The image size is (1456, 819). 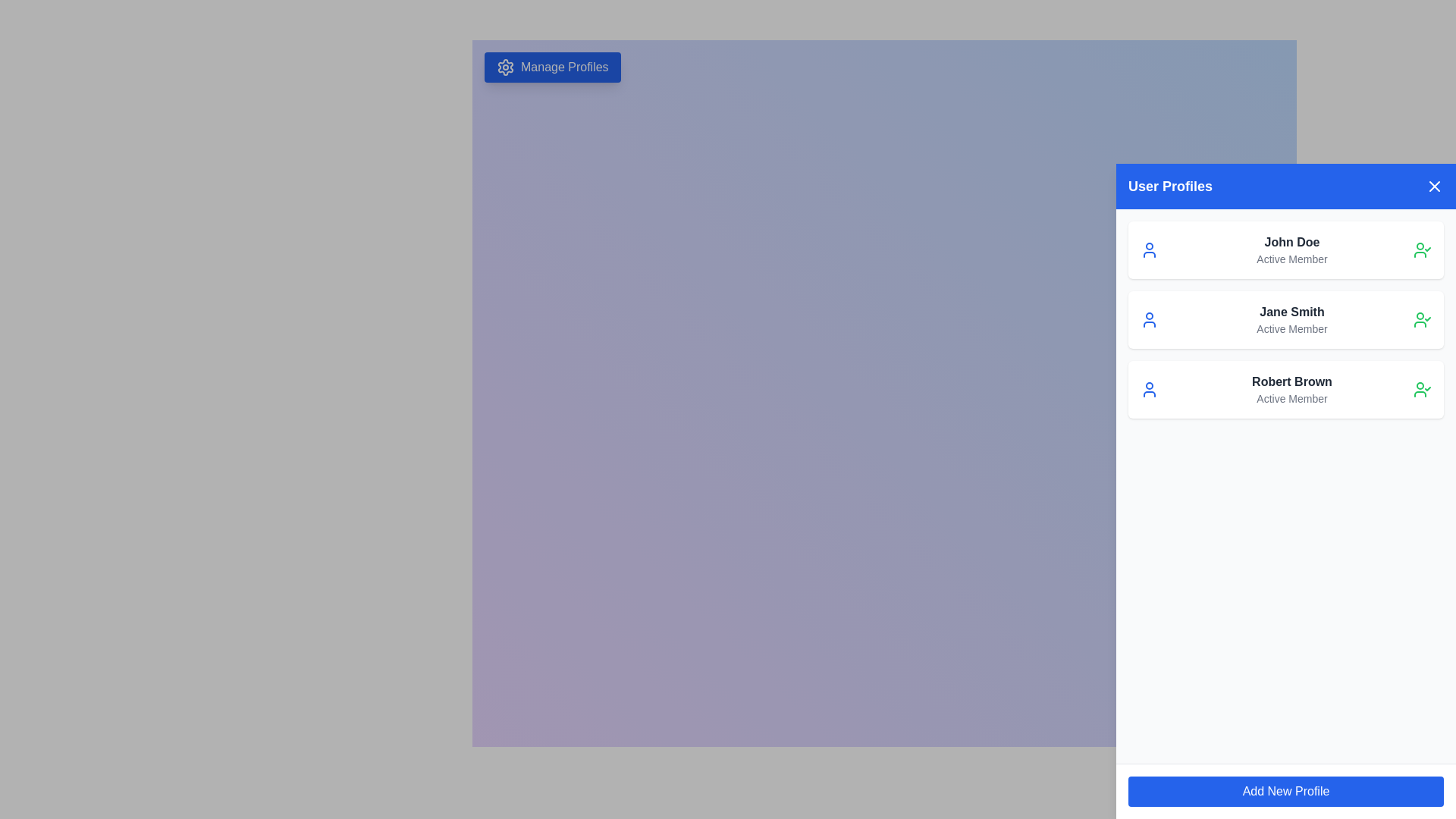 I want to click on the blue rectangular button labeled 'Manage Profiles', so click(x=551, y=66).